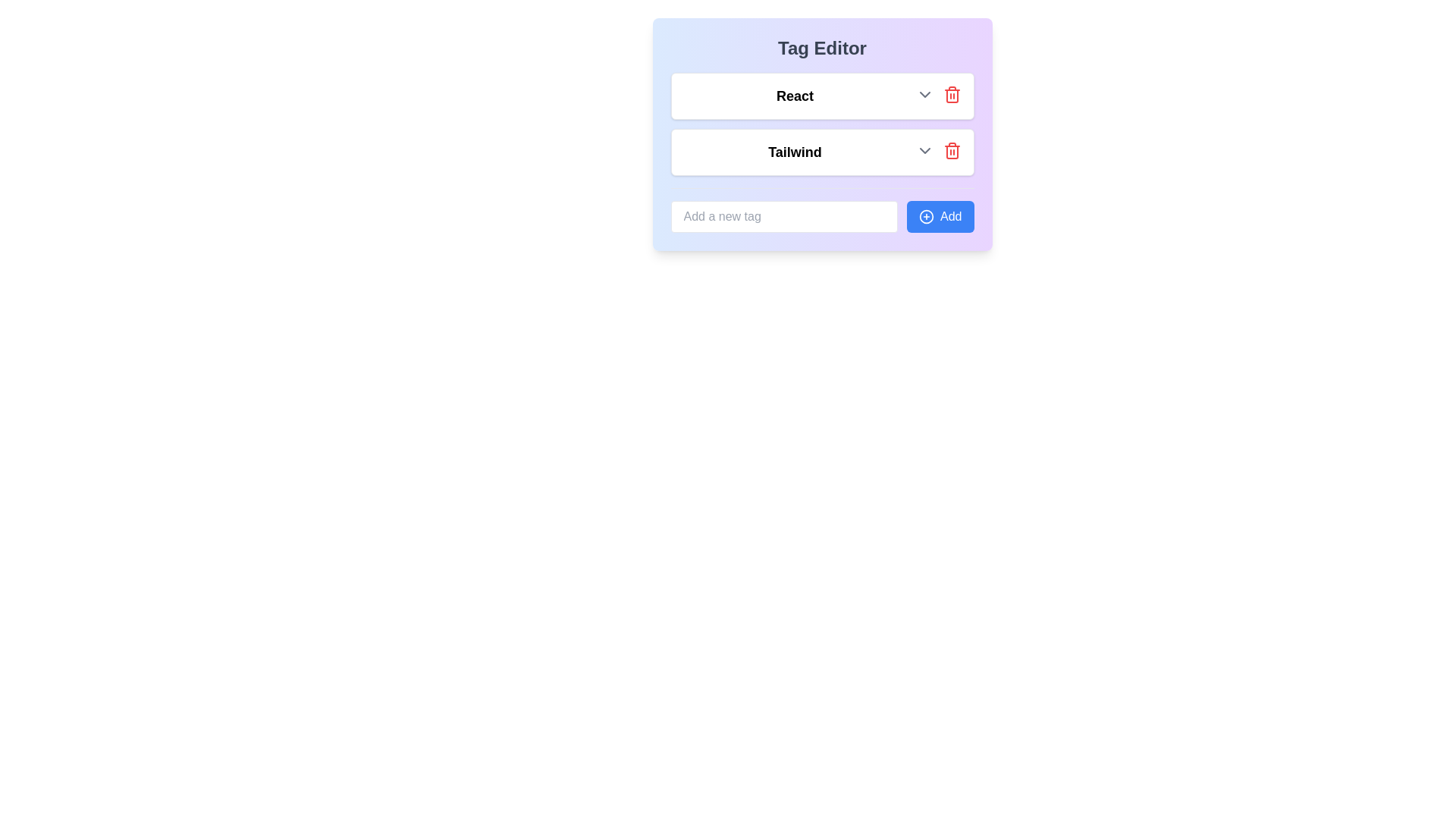 The width and height of the screenshot is (1456, 819). Describe the element at coordinates (794, 96) in the screenshot. I see `the static text label displaying 'React' in bold, located in the first rectangular card of the Tag Editor interface` at that location.